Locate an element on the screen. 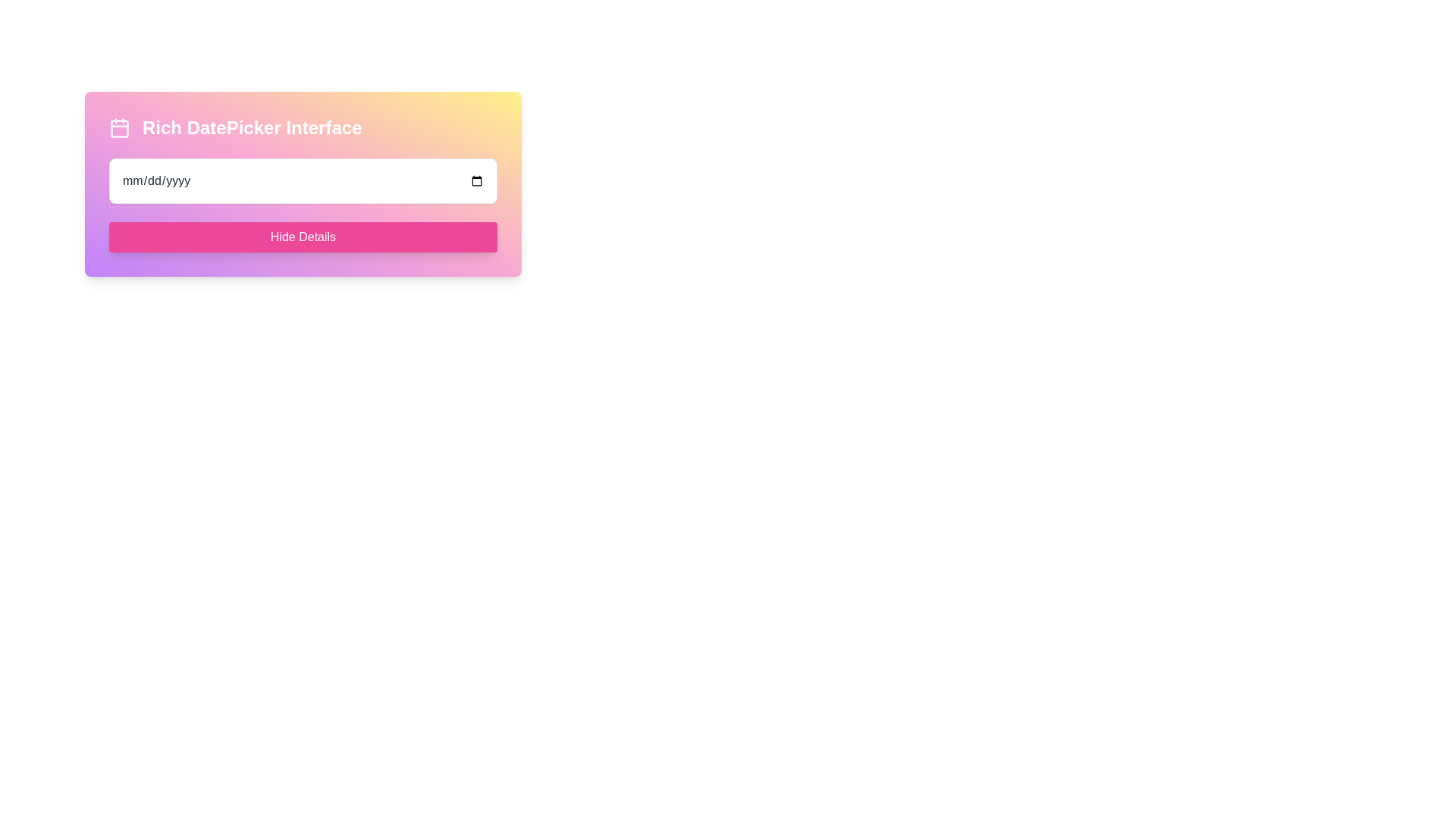  the pink button labeled 'Hide Details' which is located below the text input field with the placeholder 'mm/dd/yyyy' is located at coordinates (303, 237).